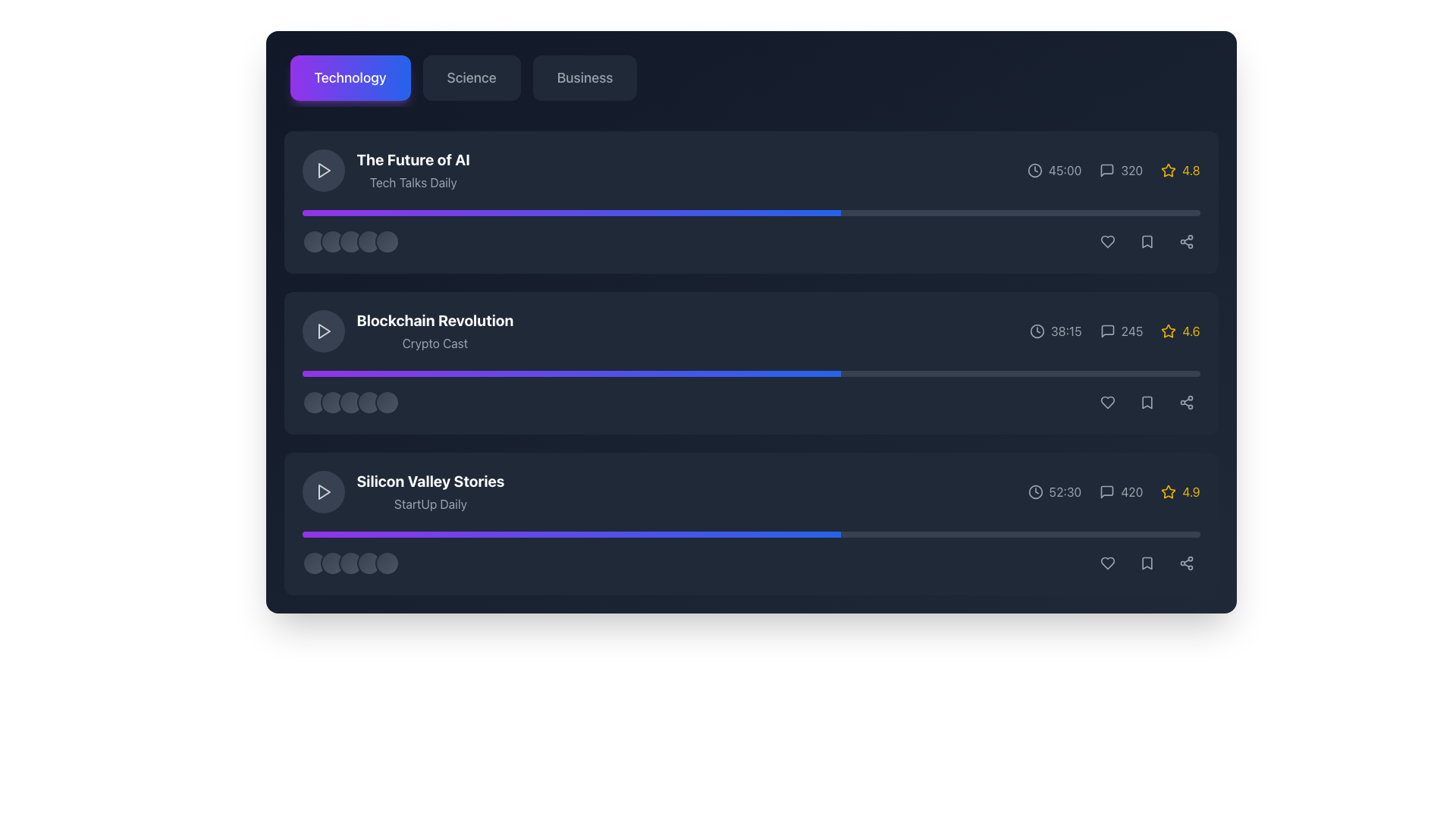  I want to click on the star-shaped rating icon outlined in yellow, which is located at the mid-right part of the second content card, to interact with it, so click(1168, 330).